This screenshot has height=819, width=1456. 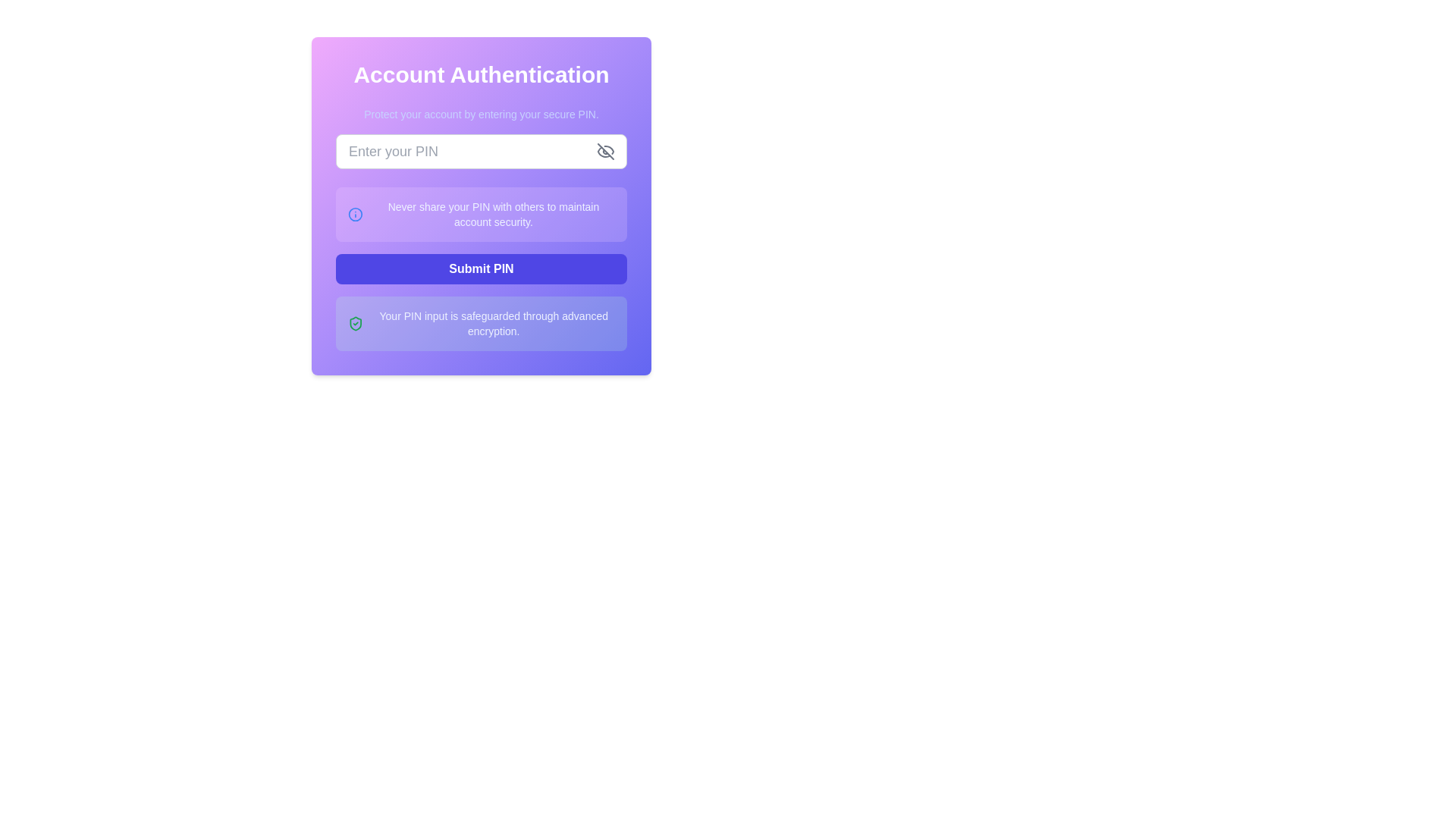 I want to click on the informational warning icon element located in the left section of the text box containing the message 'Never share your PIN with others to maintain account security.', so click(x=354, y=214).